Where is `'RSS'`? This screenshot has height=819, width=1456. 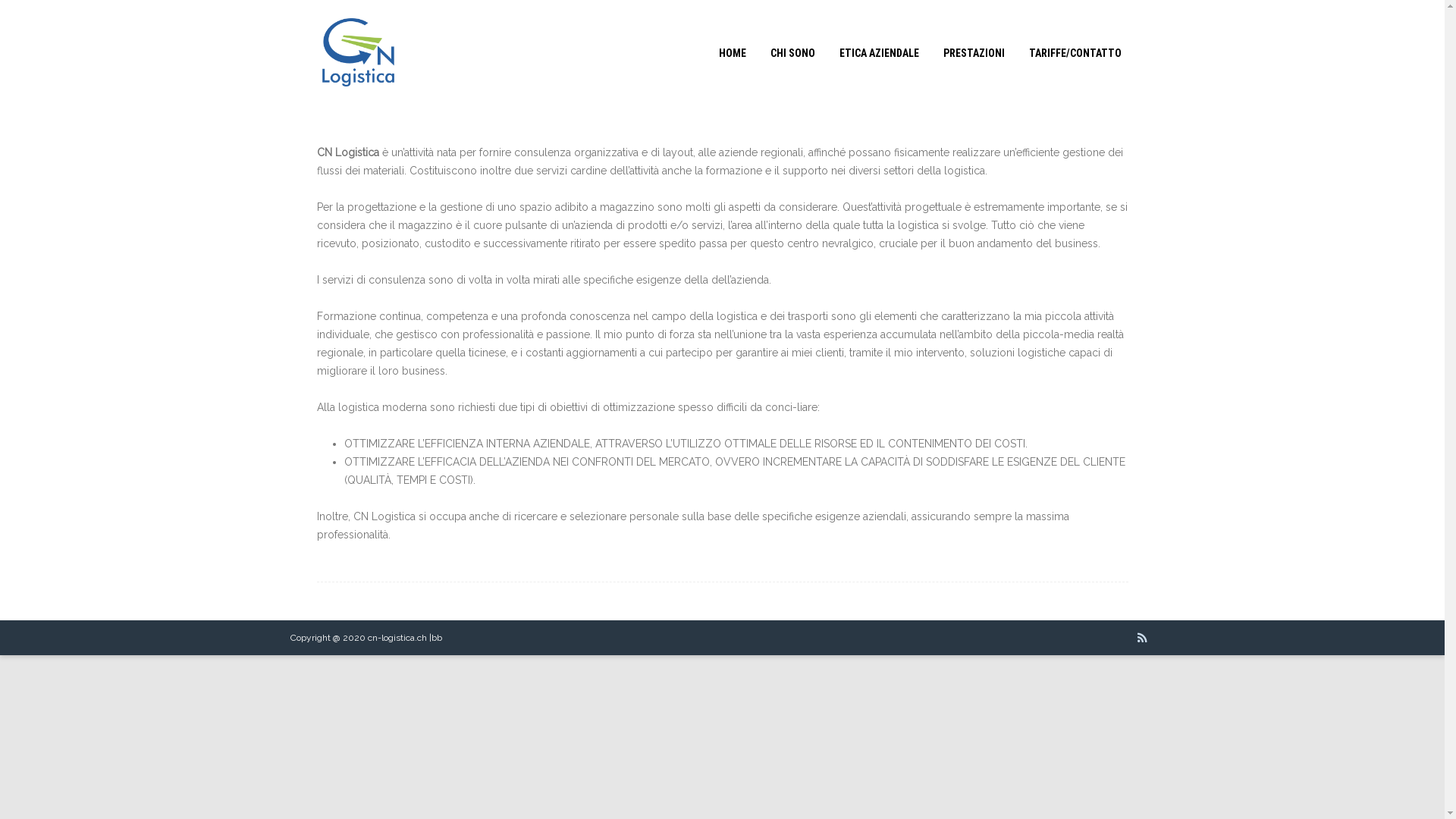
'RSS' is located at coordinates (1142, 637).